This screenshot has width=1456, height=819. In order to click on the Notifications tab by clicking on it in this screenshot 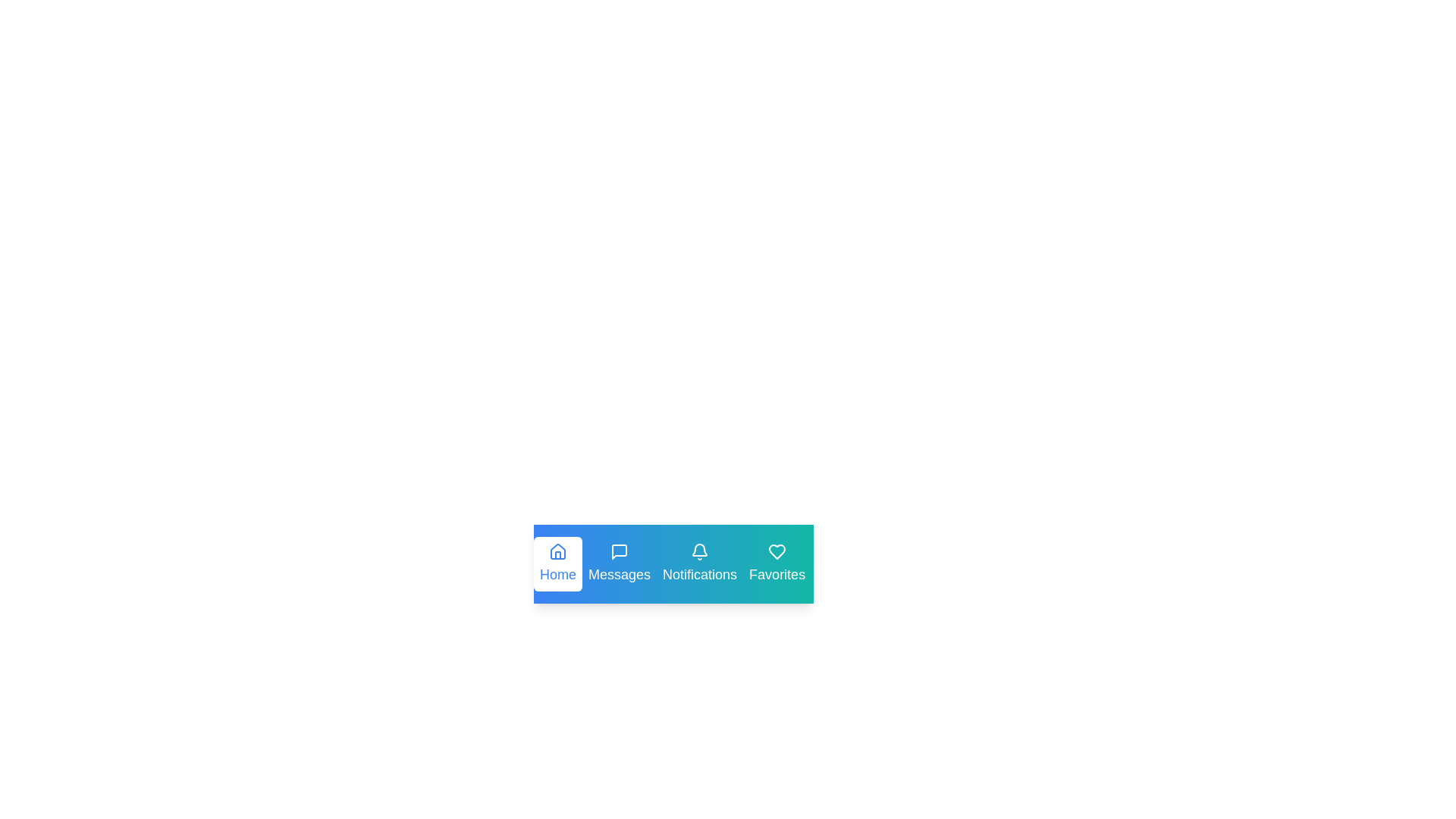, I will do `click(698, 564)`.